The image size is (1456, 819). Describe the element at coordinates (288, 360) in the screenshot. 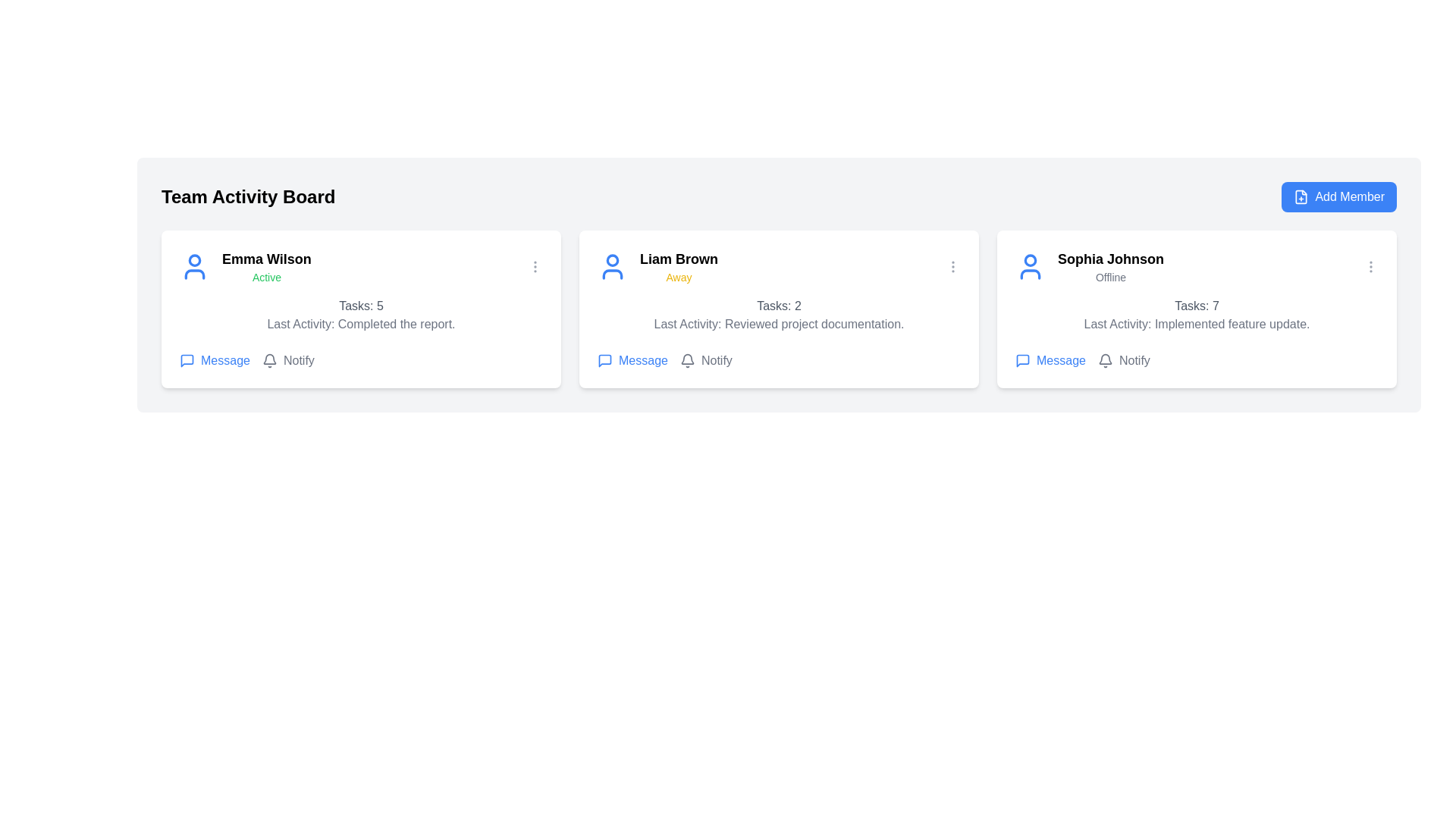

I see `the notification button located to the right of the 'Message' button on the user 'Emma Wilson's card in the 'Team Activity Board' interface` at that location.